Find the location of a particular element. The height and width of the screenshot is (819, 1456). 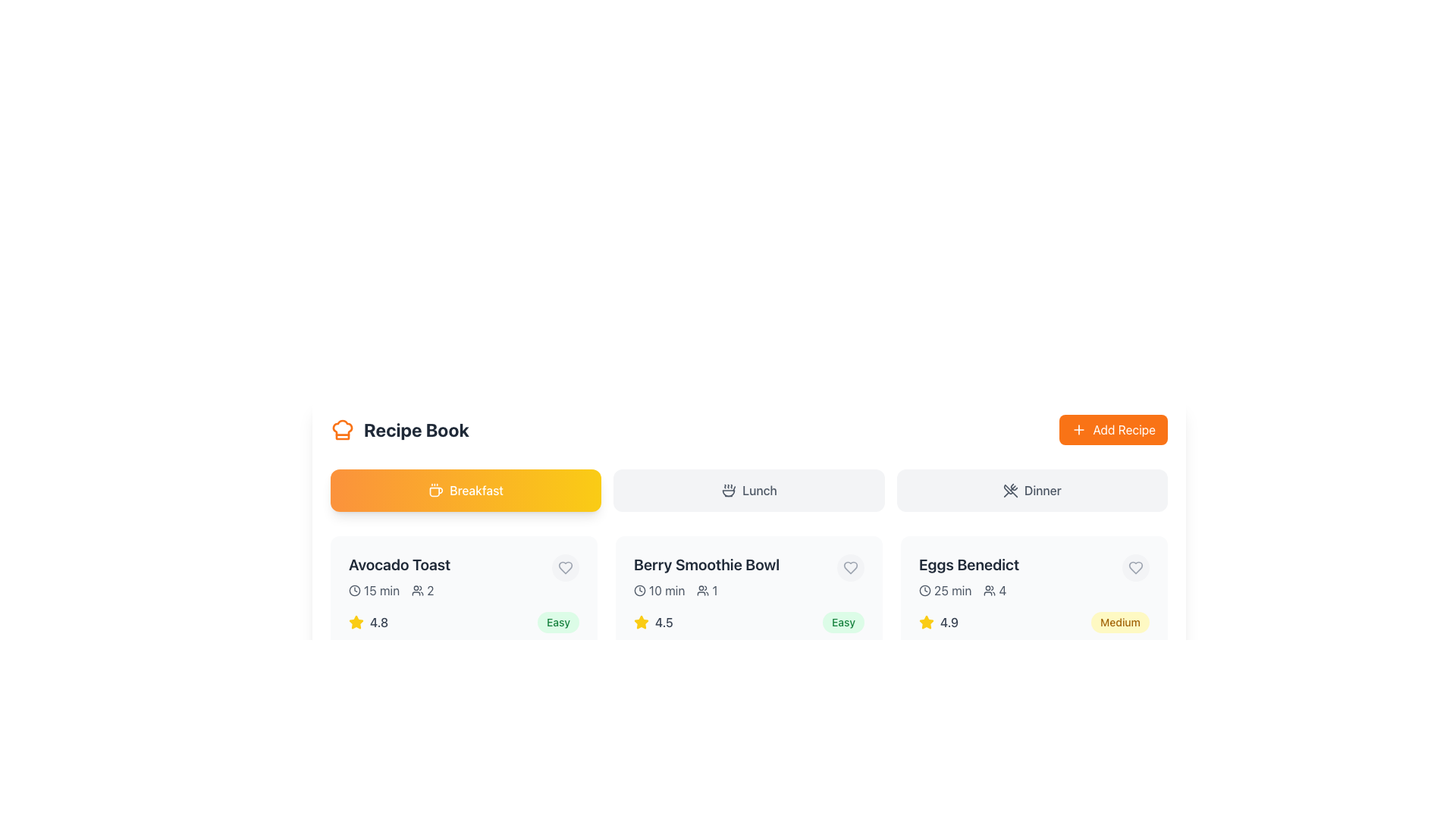

text label displaying '10 min' that indicates the cooking time associated with the 'Berry Smoothie Bowl' recipe is located at coordinates (667, 590).